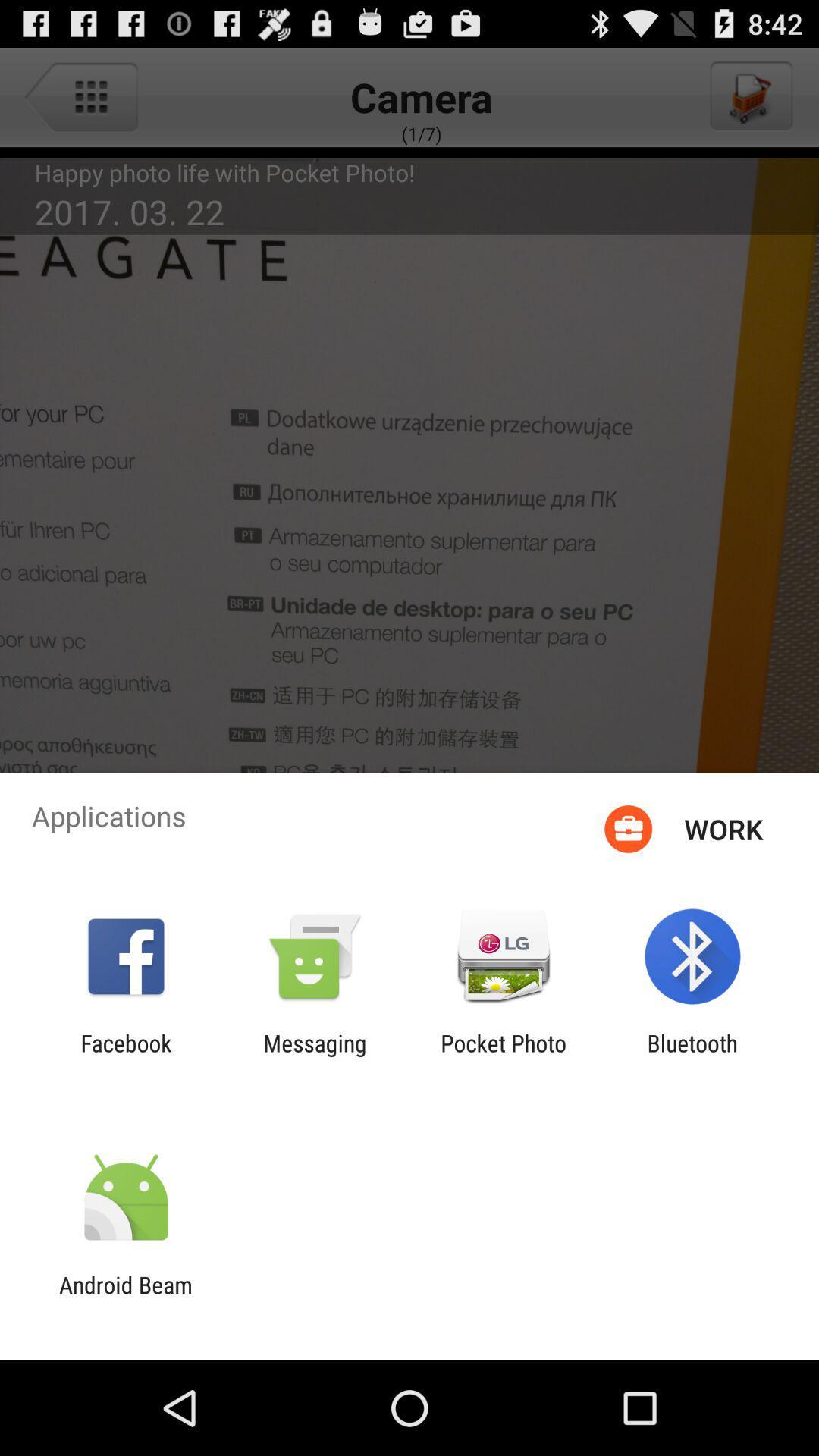 Image resolution: width=819 pixels, height=1456 pixels. What do you see at coordinates (314, 1056) in the screenshot?
I see `the app to the left of the pocket photo icon` at bounding box center [314, 1056].